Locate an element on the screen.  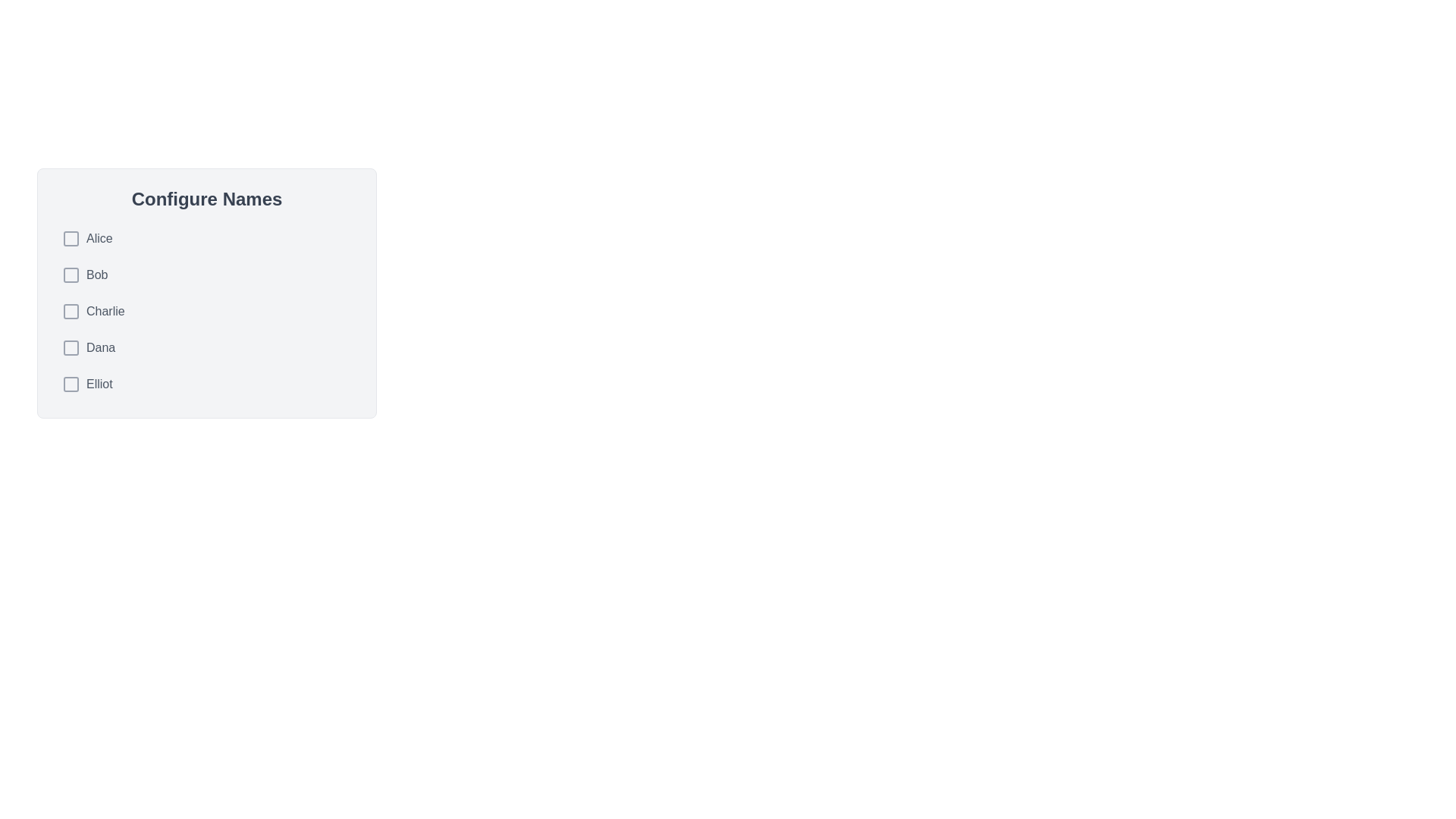
the checkbox labeled 'Dana' is located at coordinates (71, 348).